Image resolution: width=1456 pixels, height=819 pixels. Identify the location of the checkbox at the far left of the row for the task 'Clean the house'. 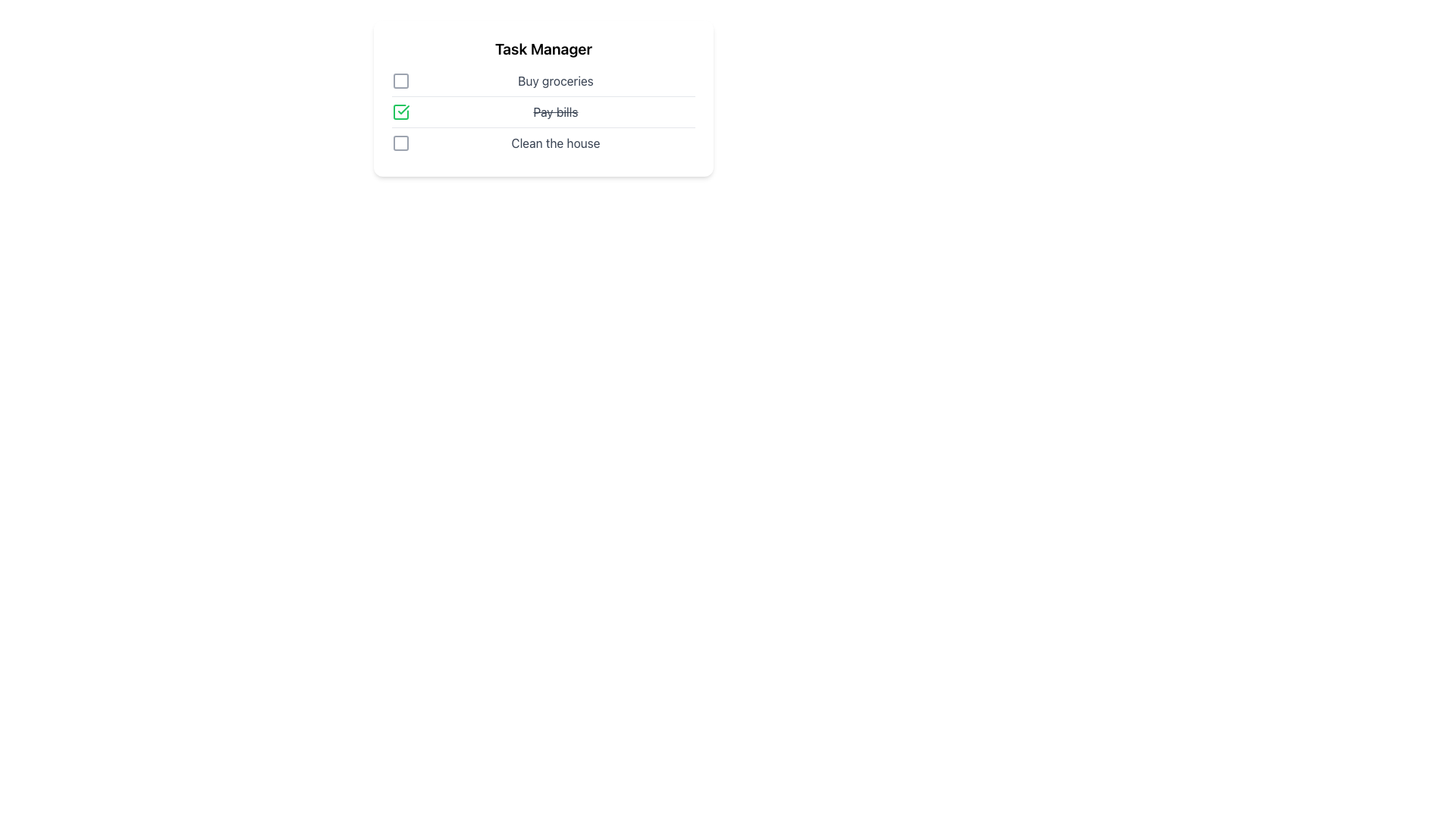
(400, 143).